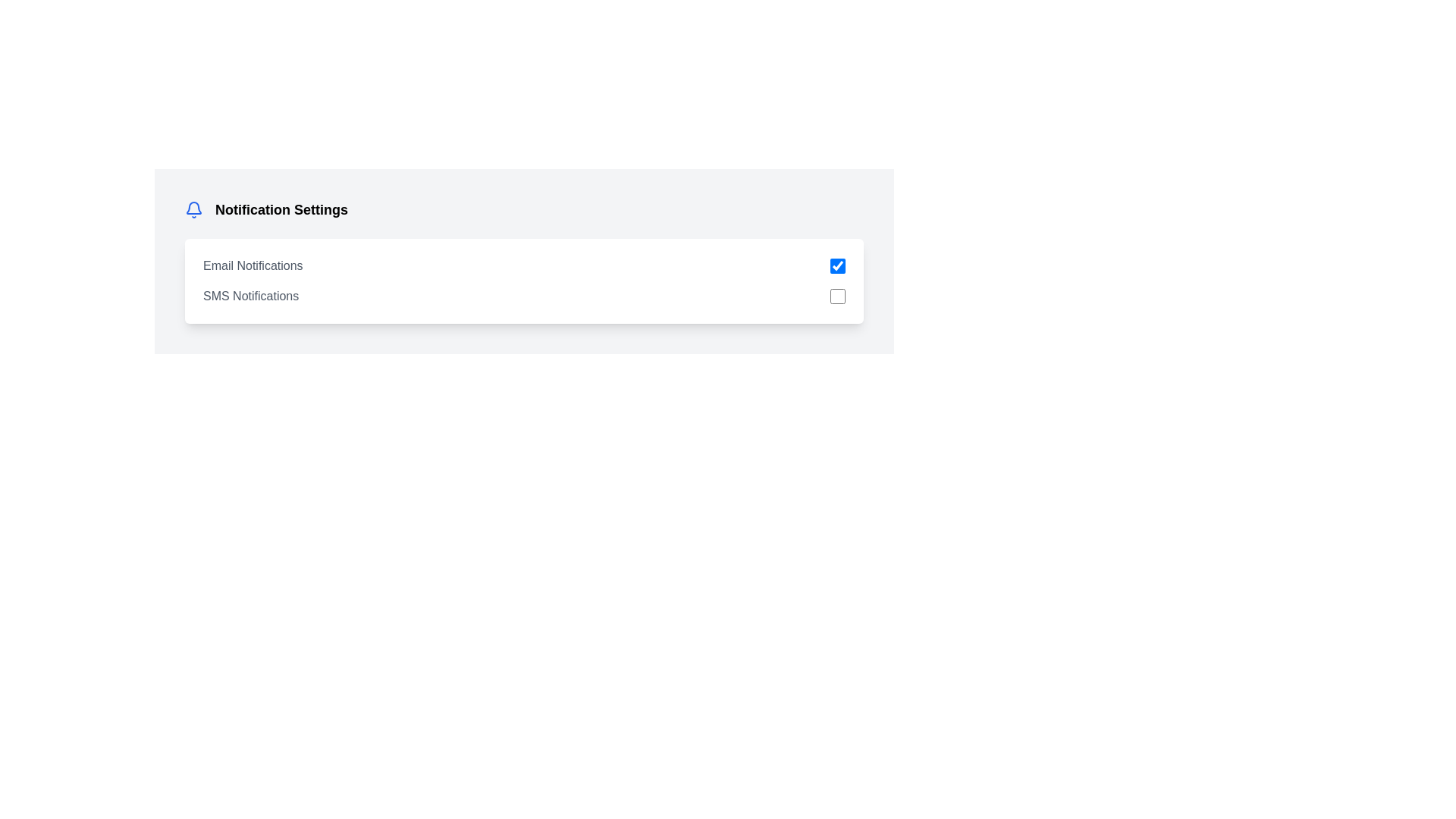 This screenshot has width=1456, height=819. Describe the element at coordinates (836, 265) in the screenshot. I see `the square-shaped checkbox with a blue background and a white checkmark to unmark it, located to the right of the 'Email Notifications' label` at that location.